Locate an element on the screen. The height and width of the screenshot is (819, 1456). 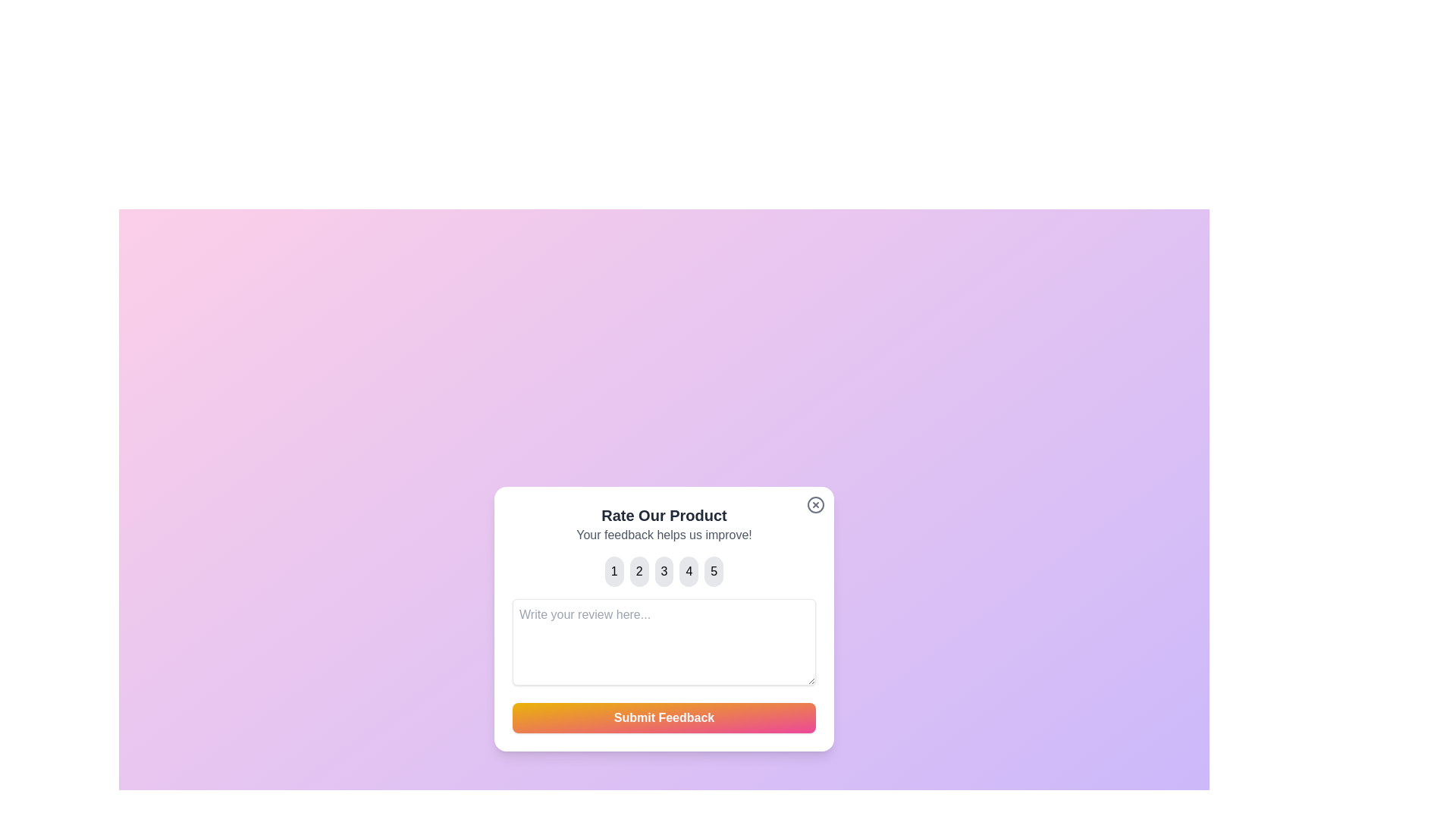
the button corresponding to the rating 5 is located at coordinates (713, 571).